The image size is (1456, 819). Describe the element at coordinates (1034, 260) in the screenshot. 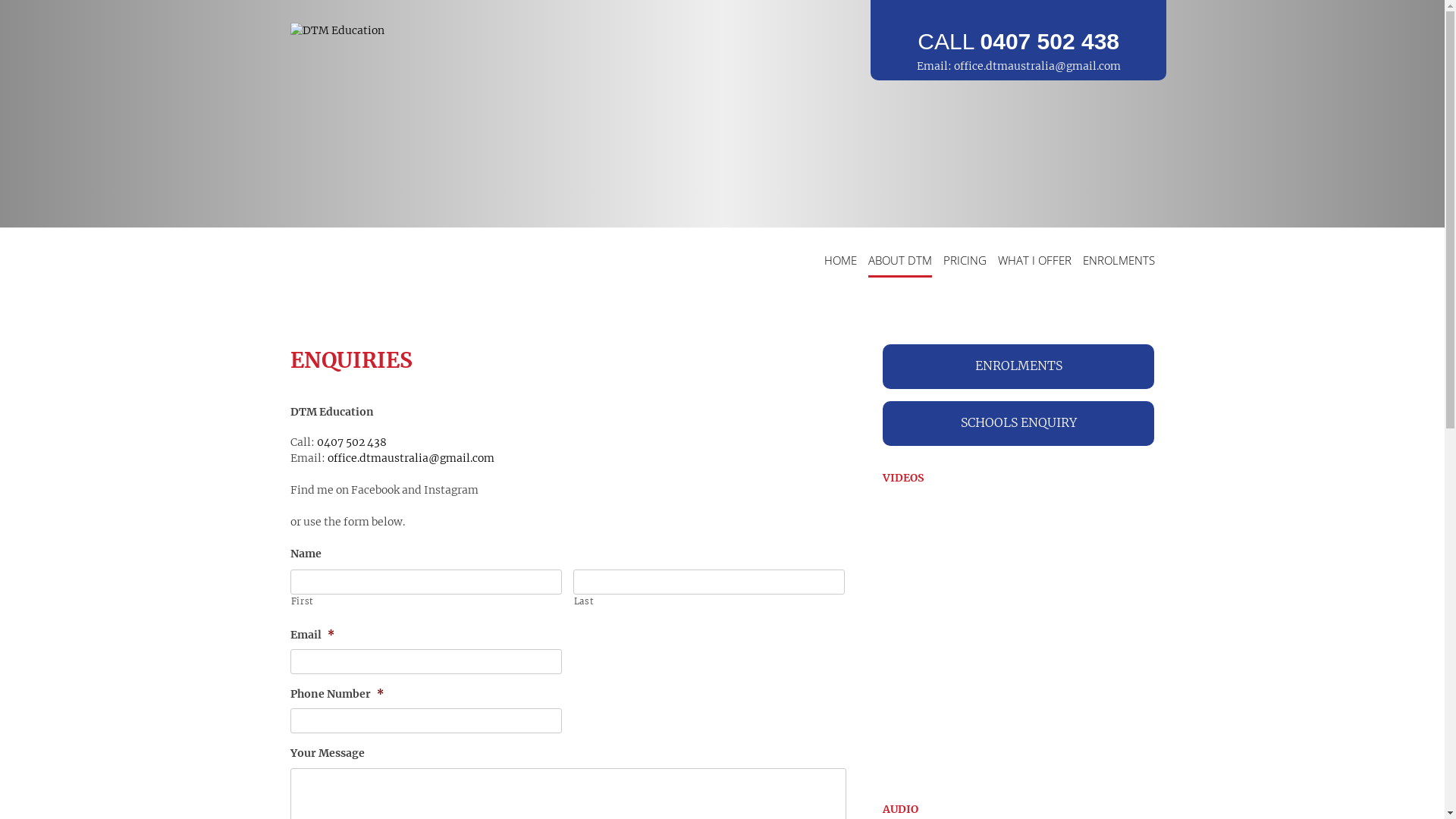

I see `'WHAT I OFFER'` at that location.